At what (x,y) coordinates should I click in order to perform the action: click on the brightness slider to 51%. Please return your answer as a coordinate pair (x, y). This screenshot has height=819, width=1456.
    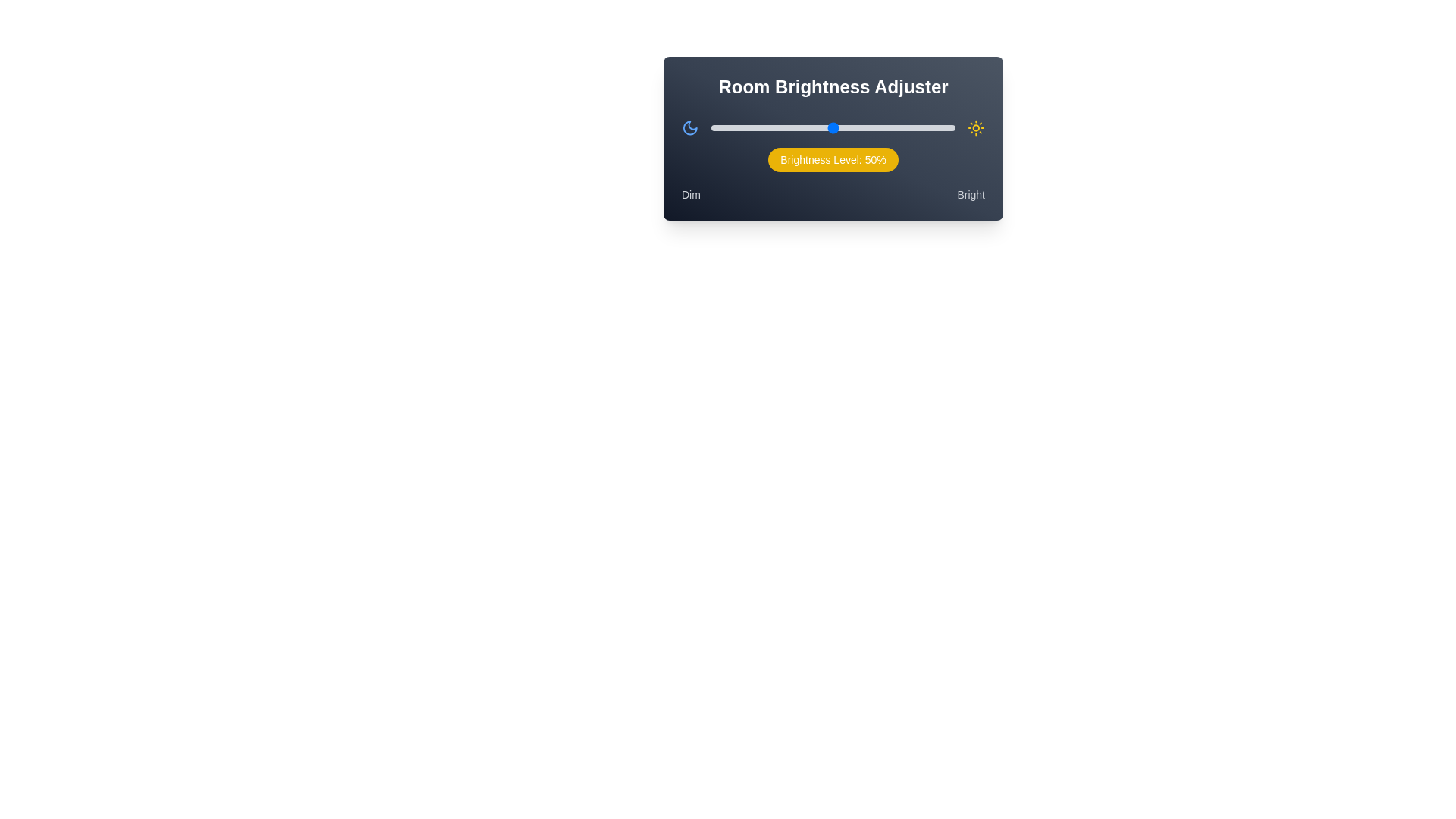
    Looking at the image, I should click on (835, 127).